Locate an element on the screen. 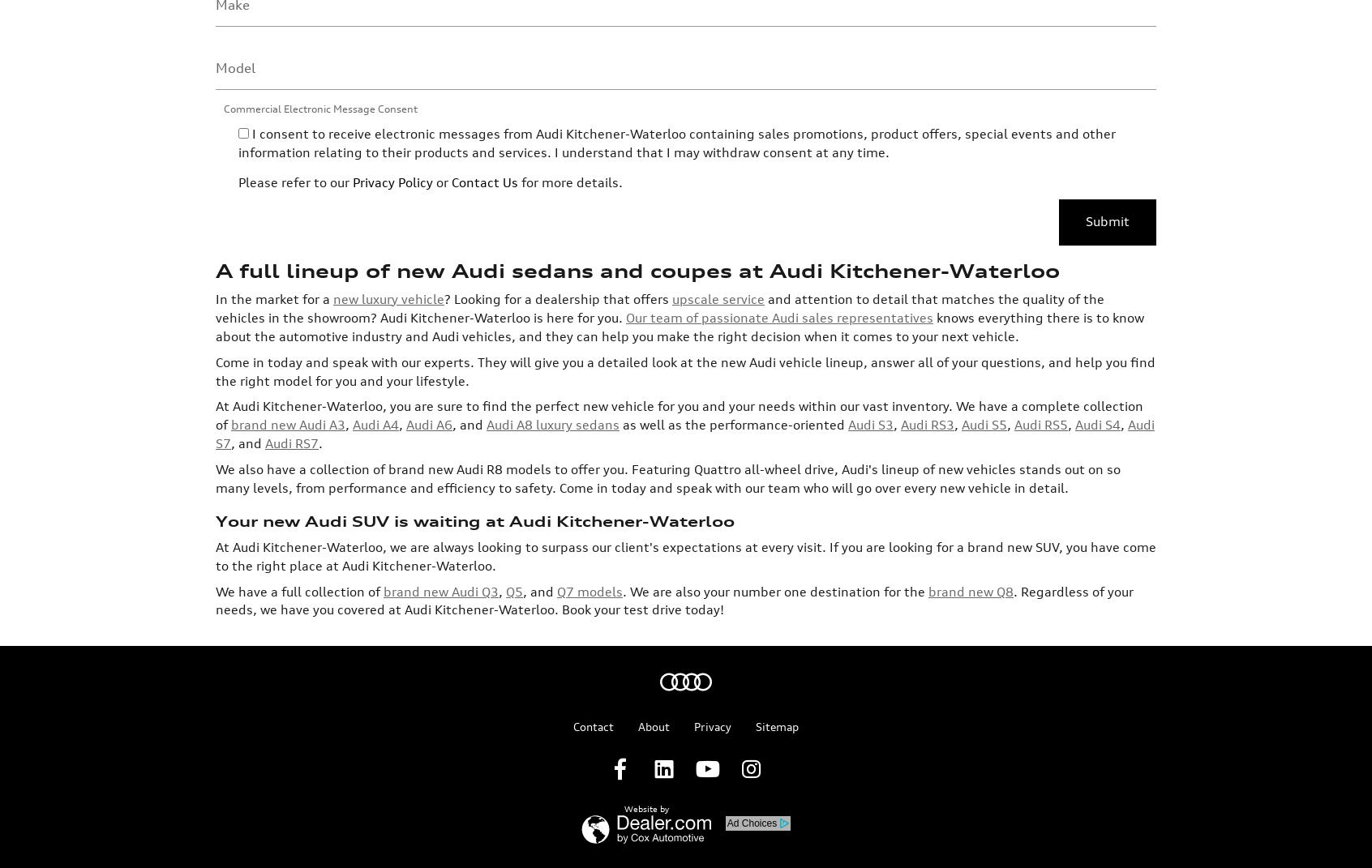 The image size is (1372, 868). 'In the market for a' is located at coordinates (273, 167).